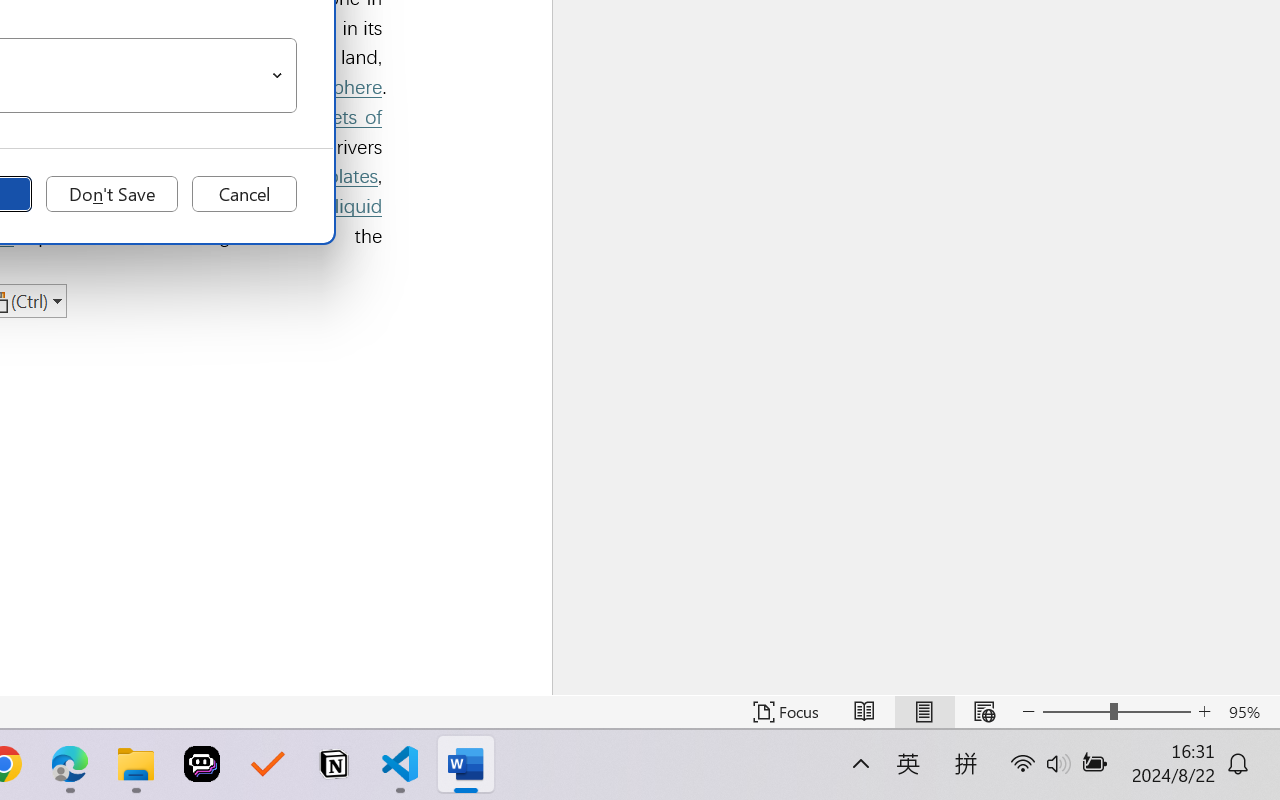 The image size is (1280, 800). Describe the element at coordinates (334, 764) in the screenshot. I see `'Notion'` at that location.